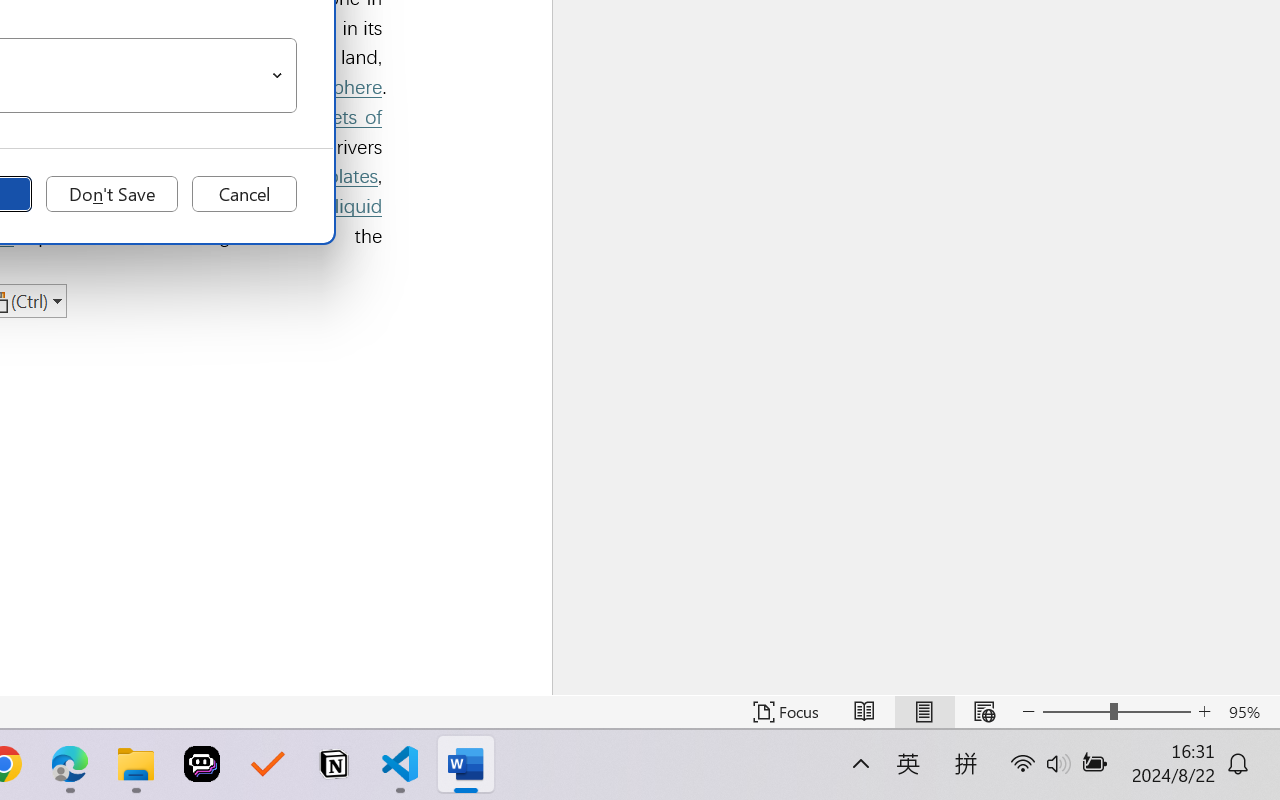 The image size is (1280, 800). Describe the element at coordinates (334, 764) in the screenshot. I see `'Notion'` at that location.